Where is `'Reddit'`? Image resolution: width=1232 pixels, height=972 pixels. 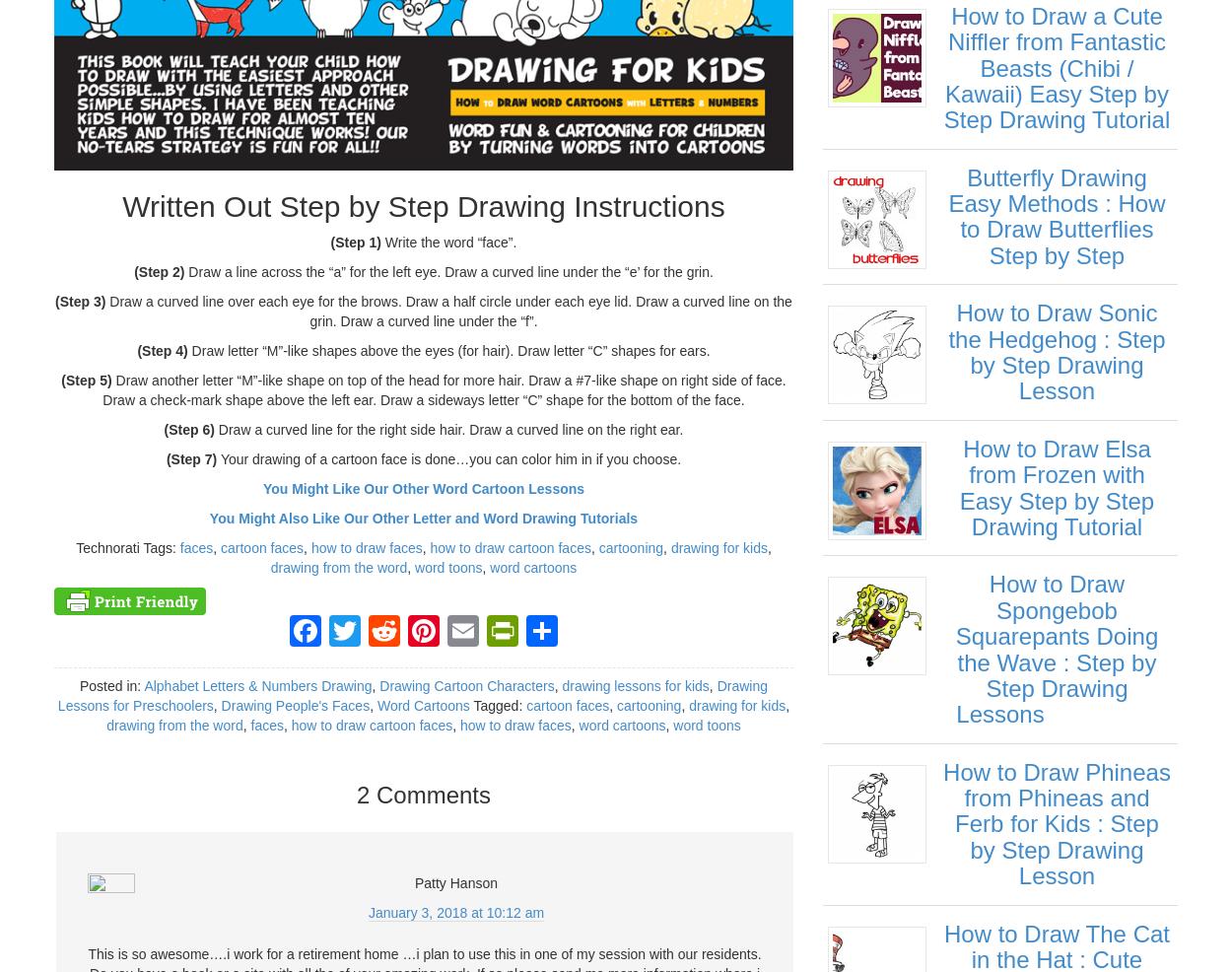
'Reddit' is located at coordinates (415, 692).